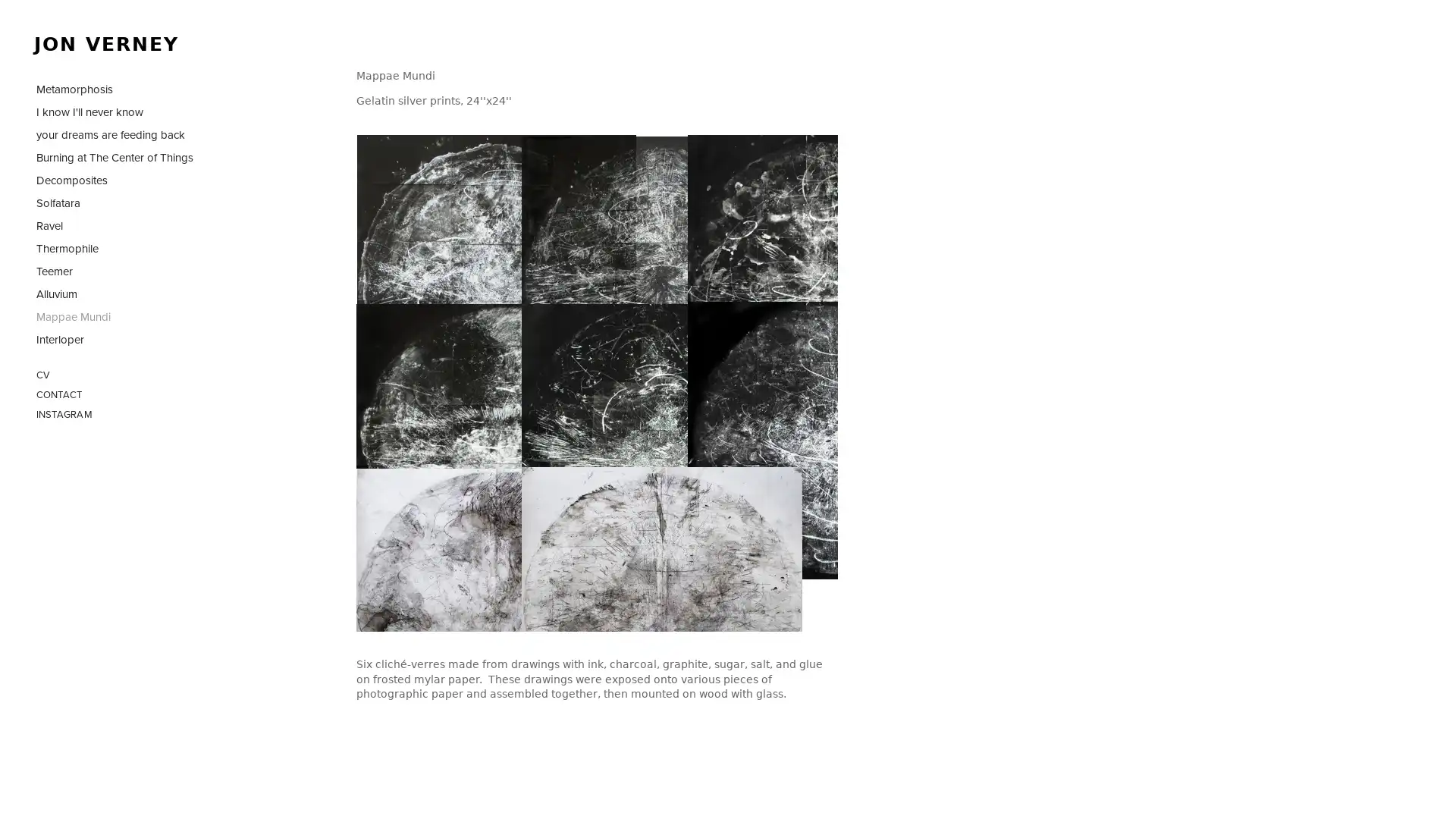  Describe the element at coordinates (431, 540) in the screenshot. I see `View fullsize negative.jpg` at that location.